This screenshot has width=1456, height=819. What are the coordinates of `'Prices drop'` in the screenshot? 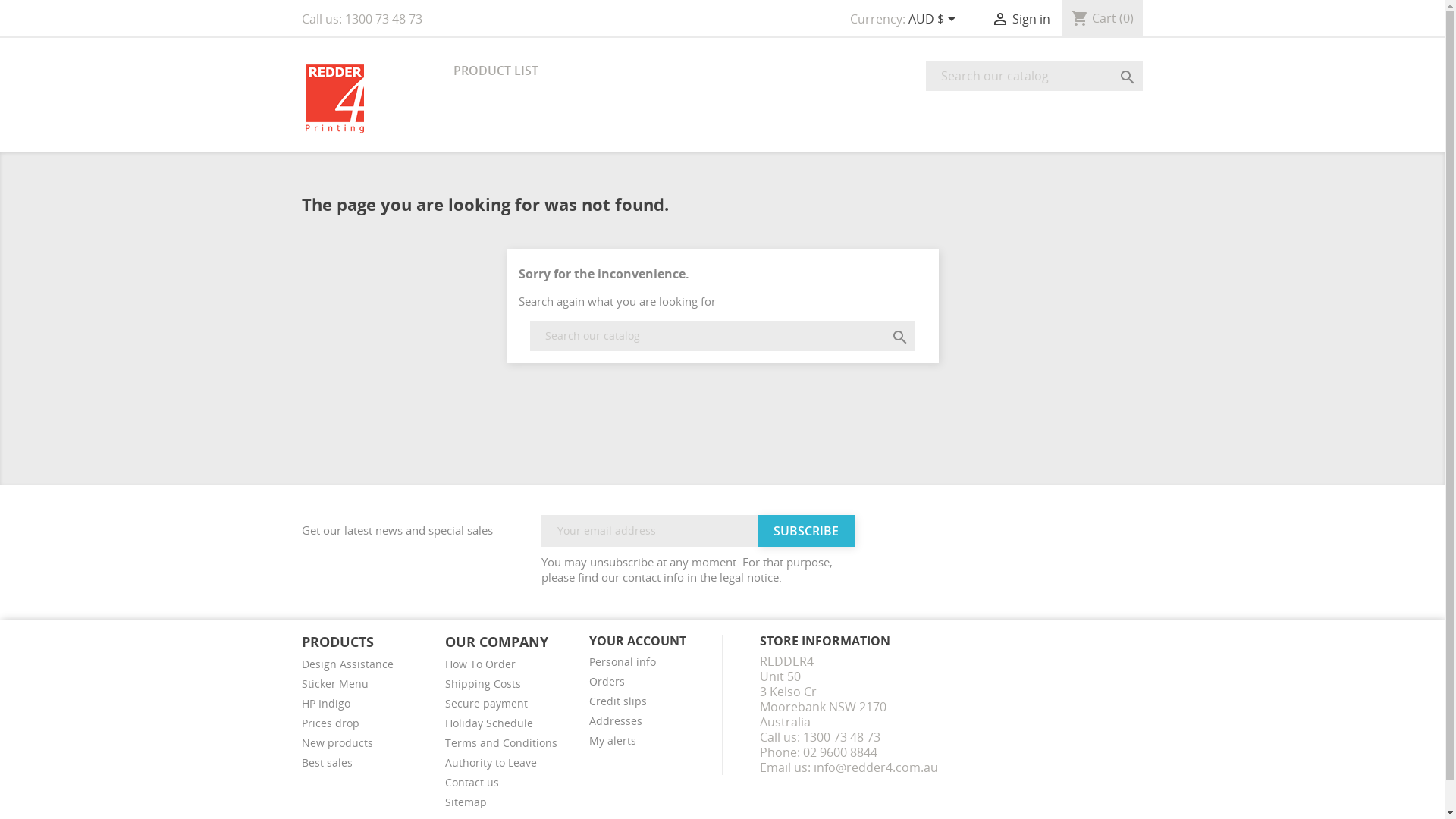 It's located at (330, 722).